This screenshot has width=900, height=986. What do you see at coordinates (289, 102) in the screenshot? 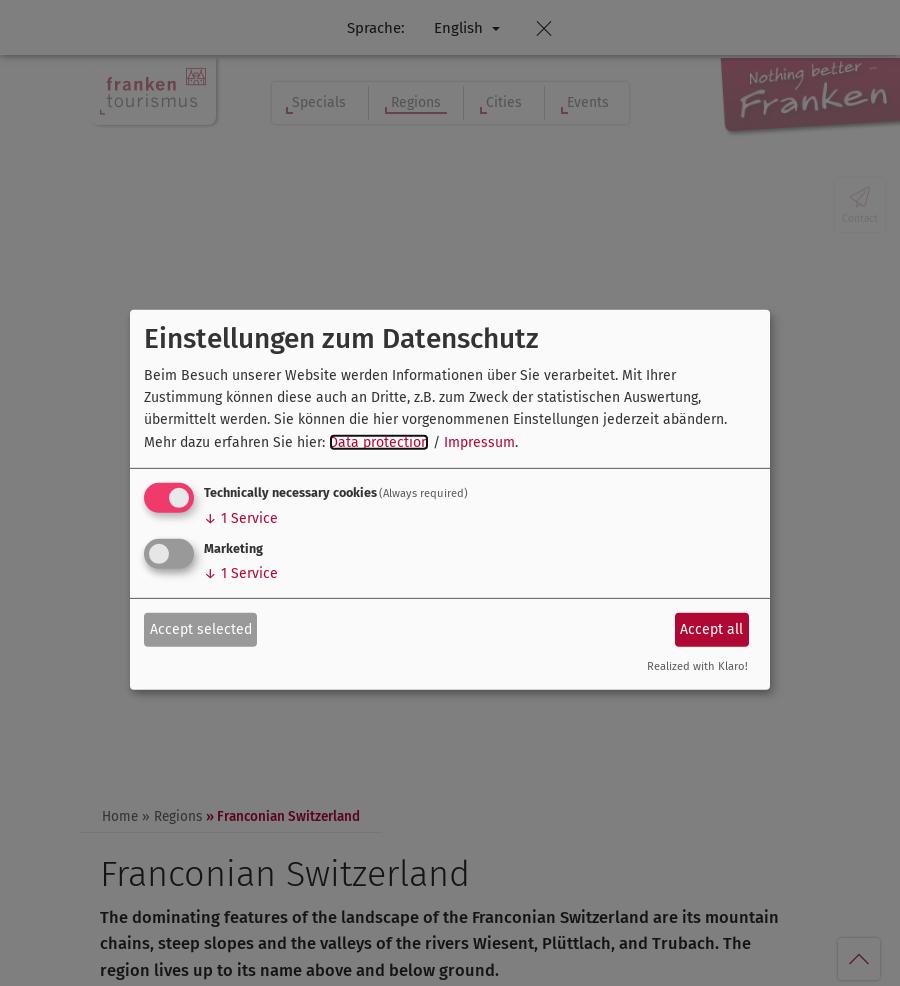
I see `'Specials'` at bounding box center [289, 102].